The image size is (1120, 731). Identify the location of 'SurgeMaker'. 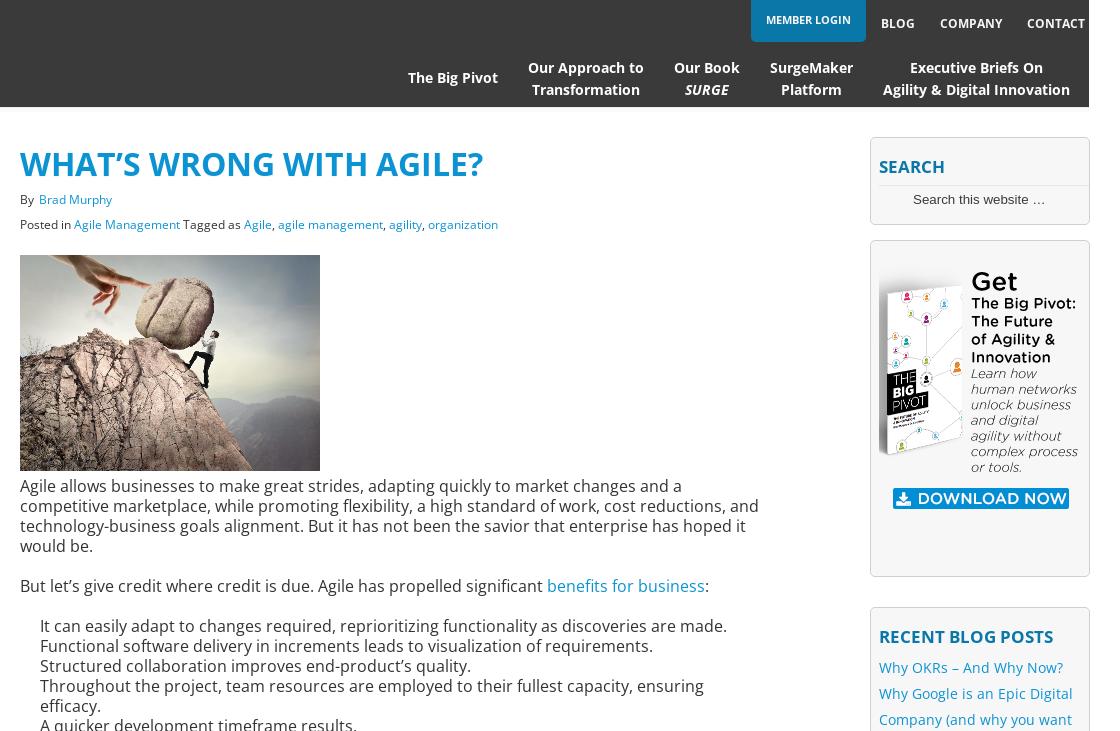
(810, 66).